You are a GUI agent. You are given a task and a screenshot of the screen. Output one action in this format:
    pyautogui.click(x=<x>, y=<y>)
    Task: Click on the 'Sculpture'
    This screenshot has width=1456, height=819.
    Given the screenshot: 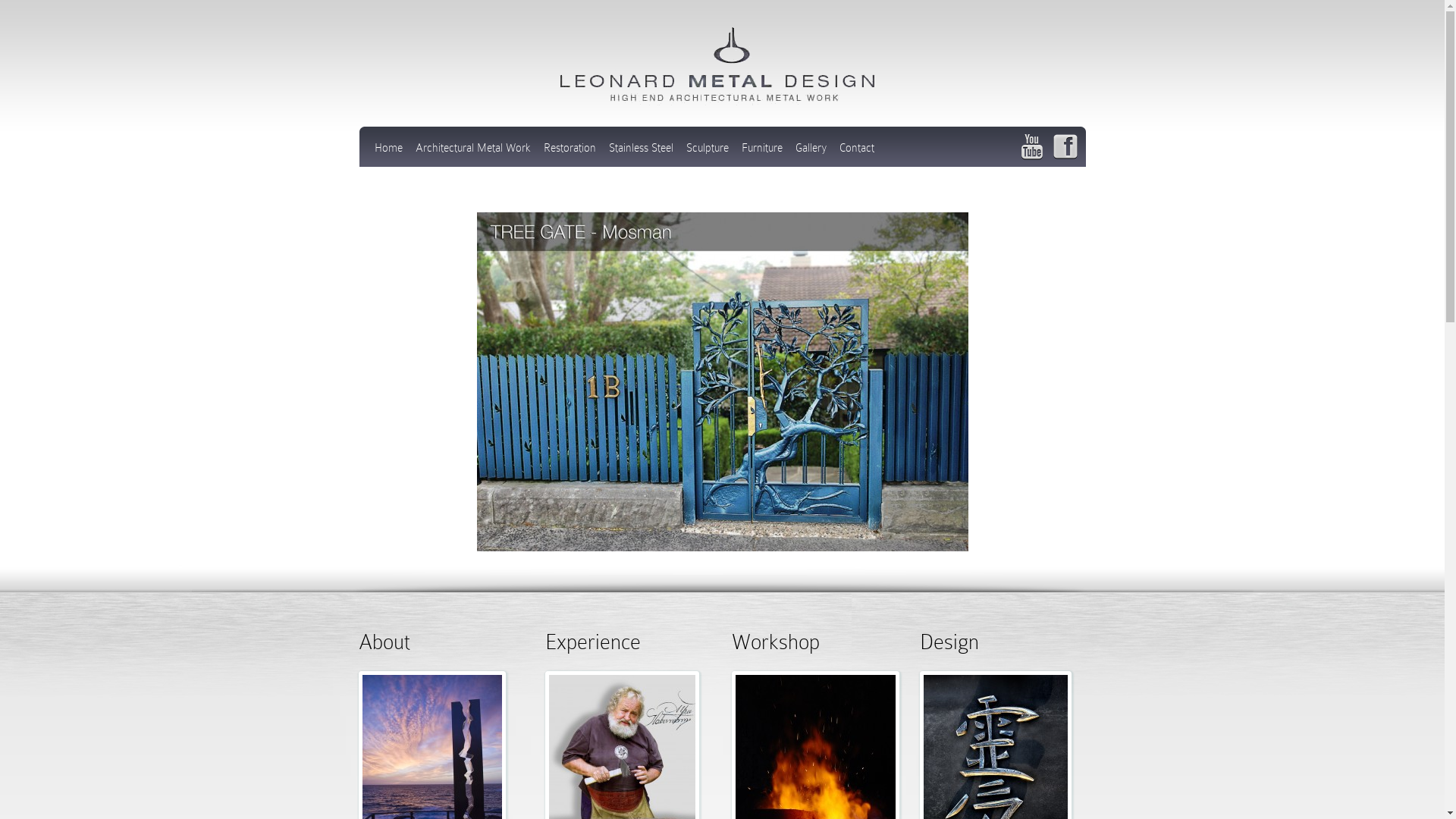 What is the action you would take?
    pyautogui.click(x=705, y=152)
    